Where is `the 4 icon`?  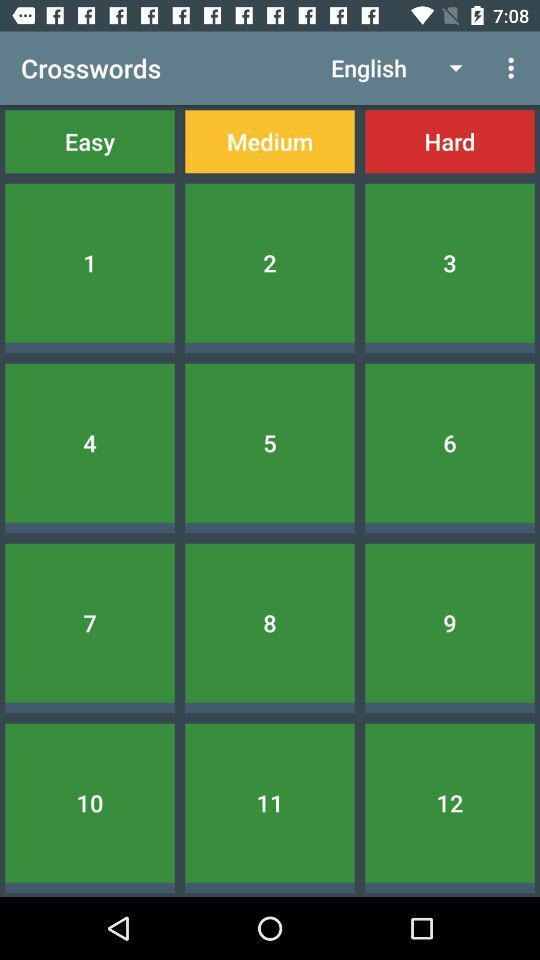
the 4 icon is located at coordinates (89, 443).